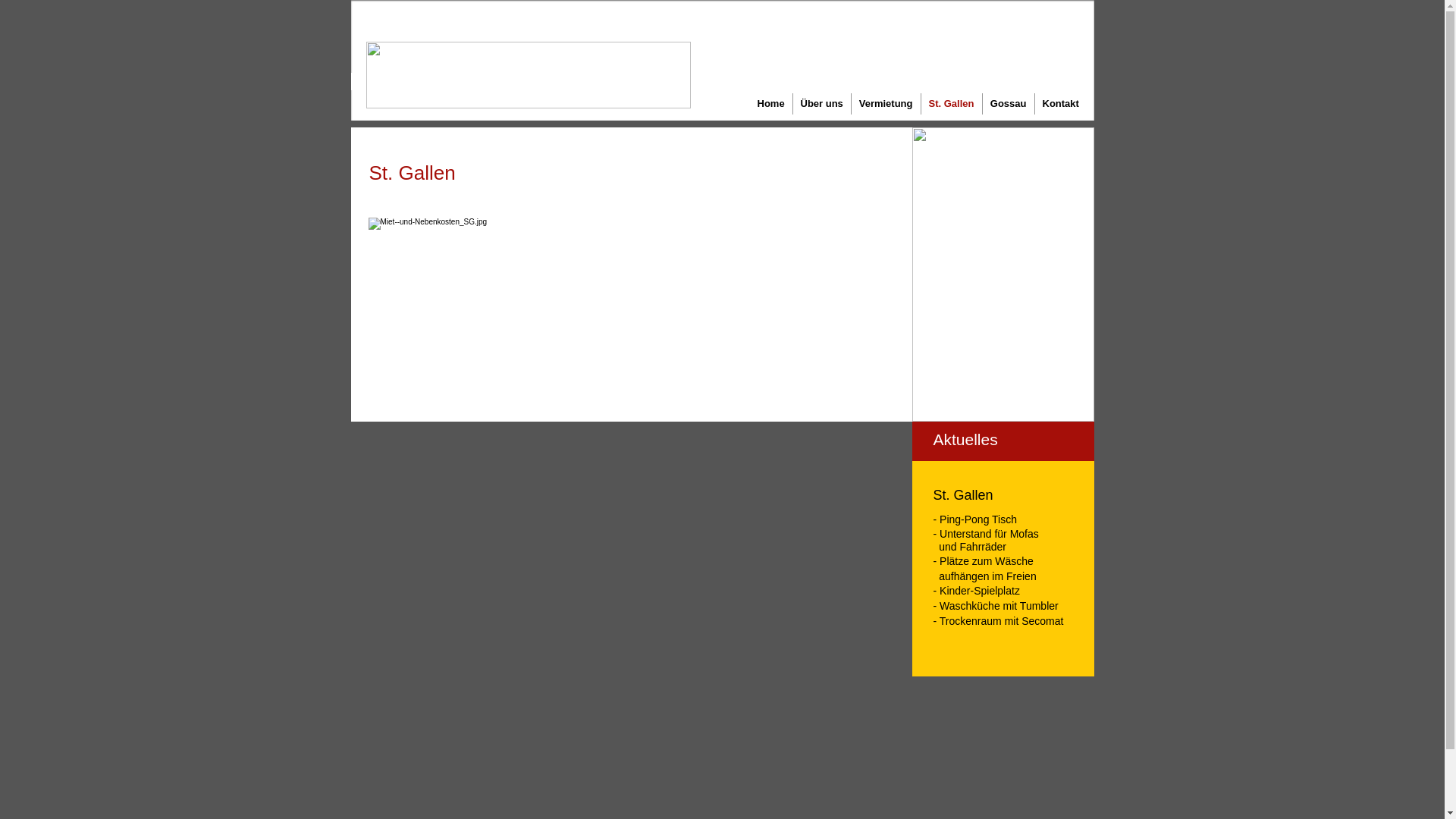  I want to click on 'Gossau', so click(1008, 103).